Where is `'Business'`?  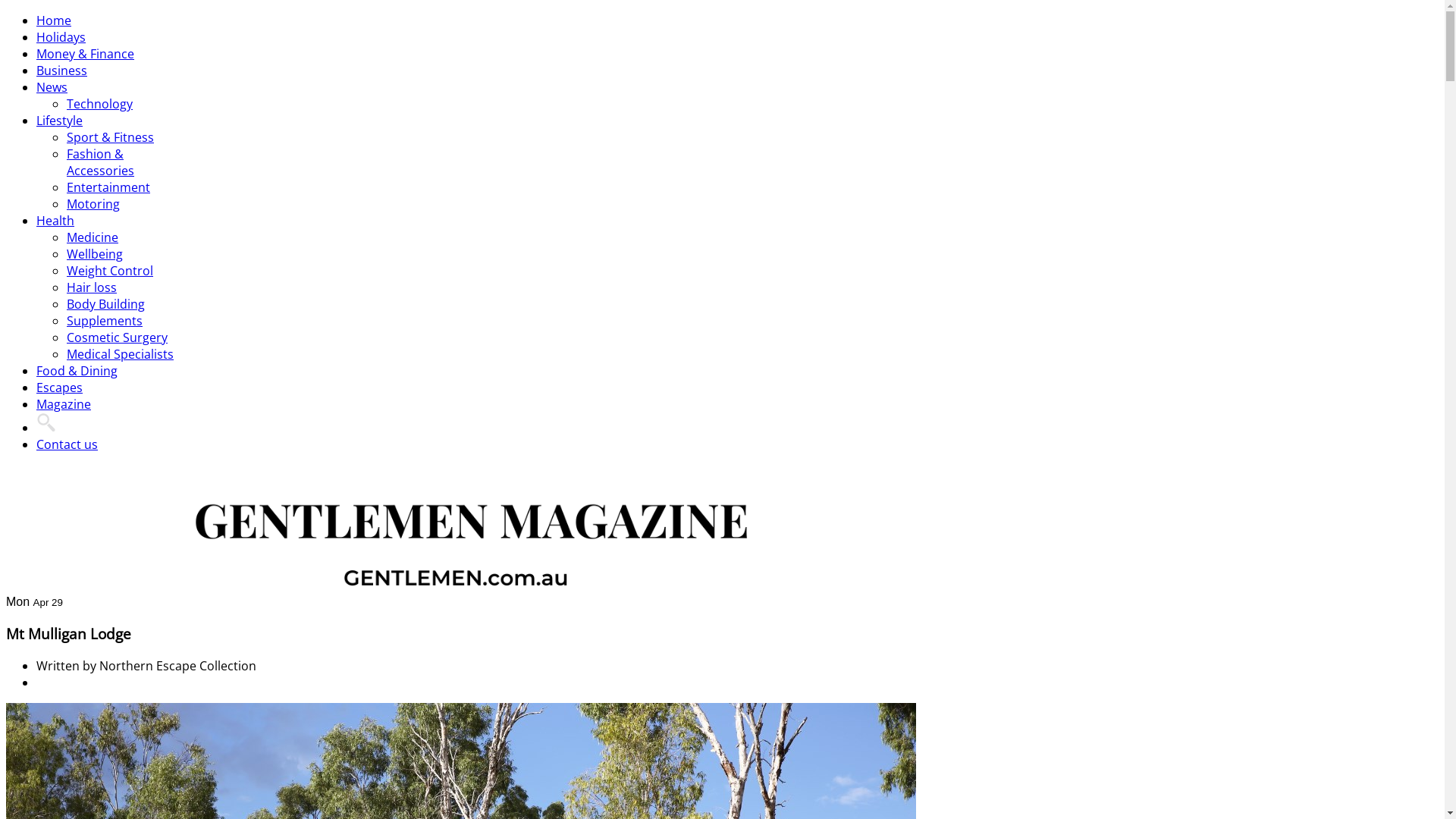 'Business' is located at coordinates (61, 70).